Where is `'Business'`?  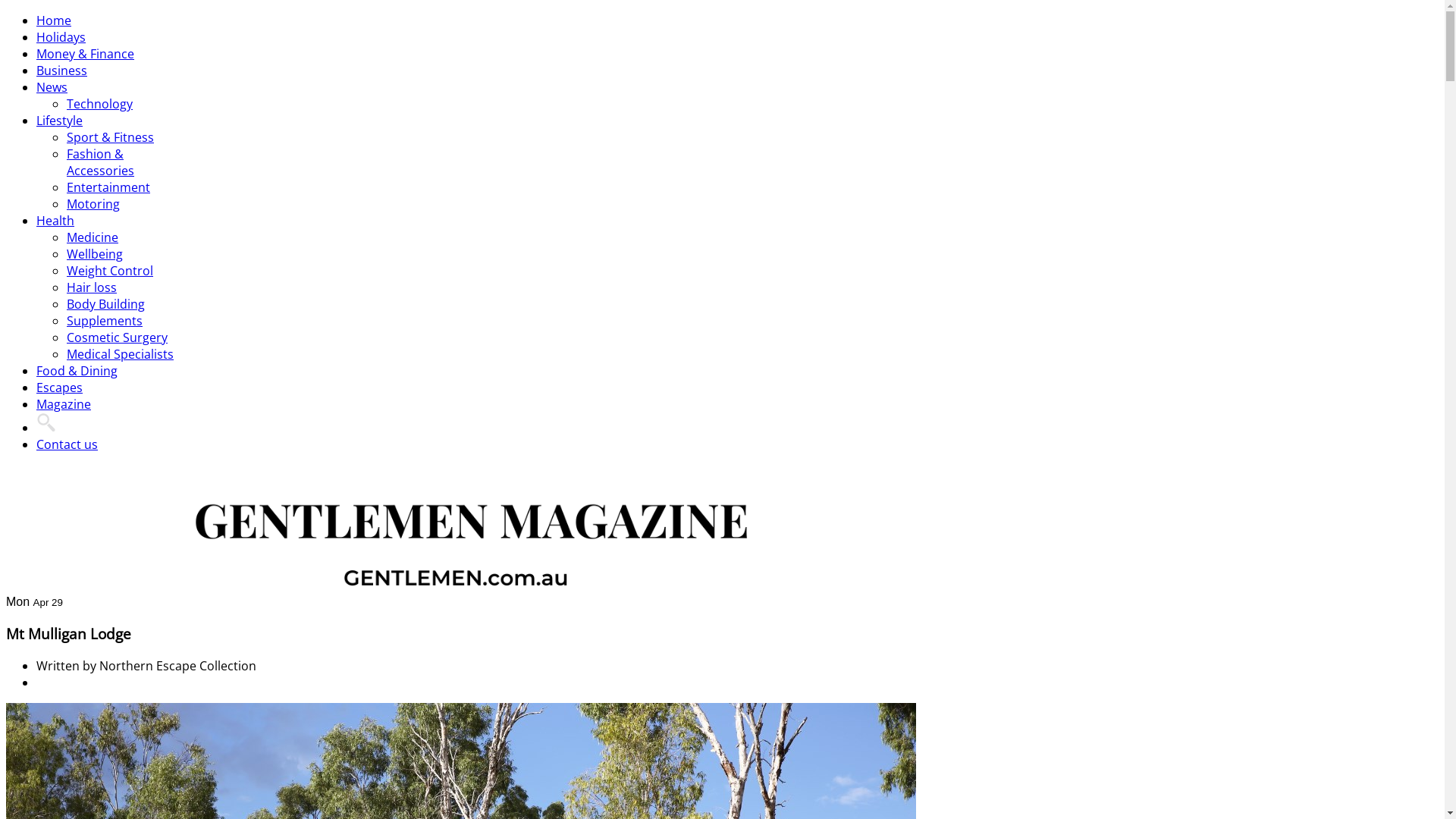 'Business' is located at coordinates (61, 70).